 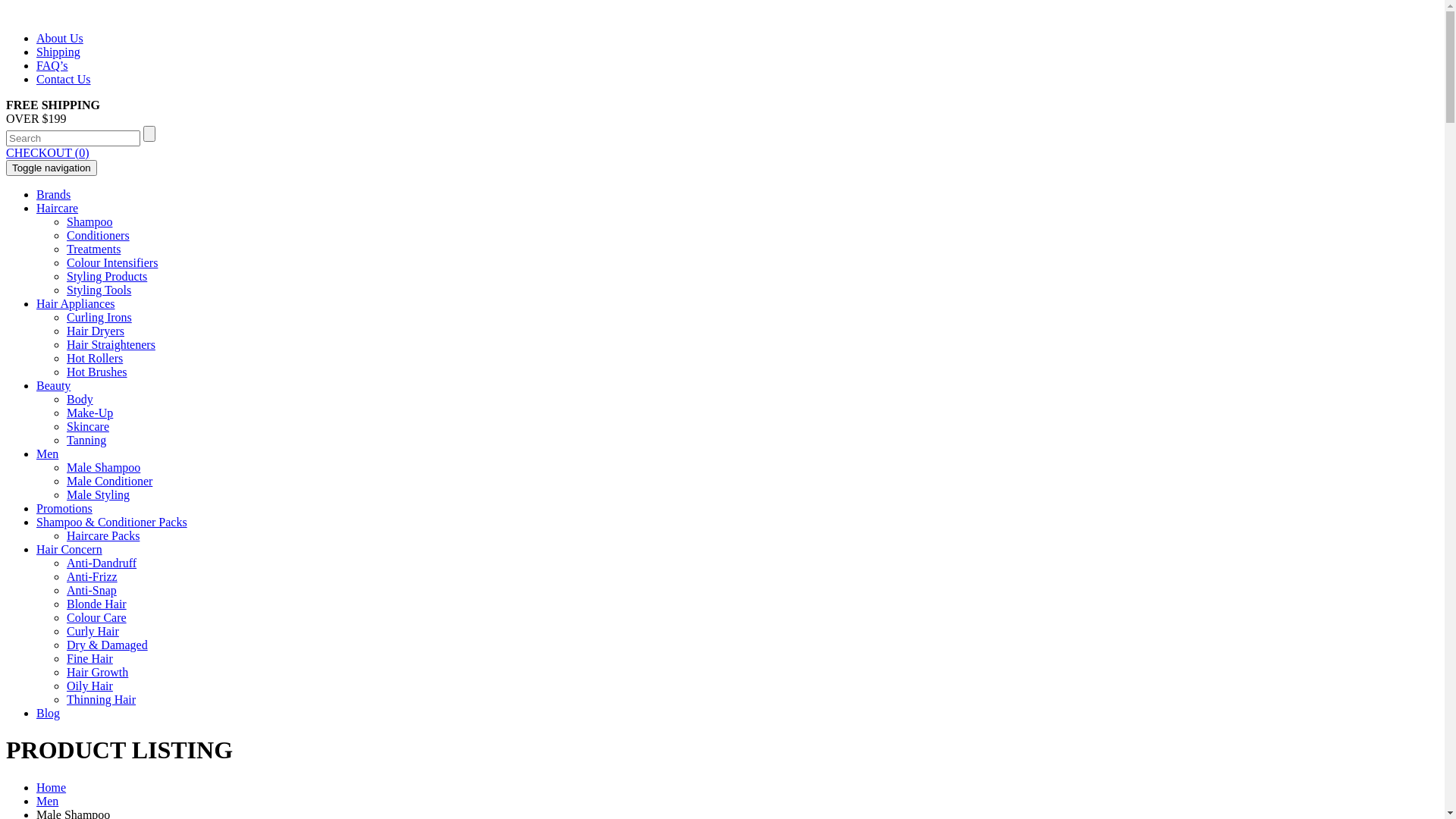 What do you see at coordinates (59, 37) in the screenshot?
I see `'About Us'` at bounding box center [59, 37].